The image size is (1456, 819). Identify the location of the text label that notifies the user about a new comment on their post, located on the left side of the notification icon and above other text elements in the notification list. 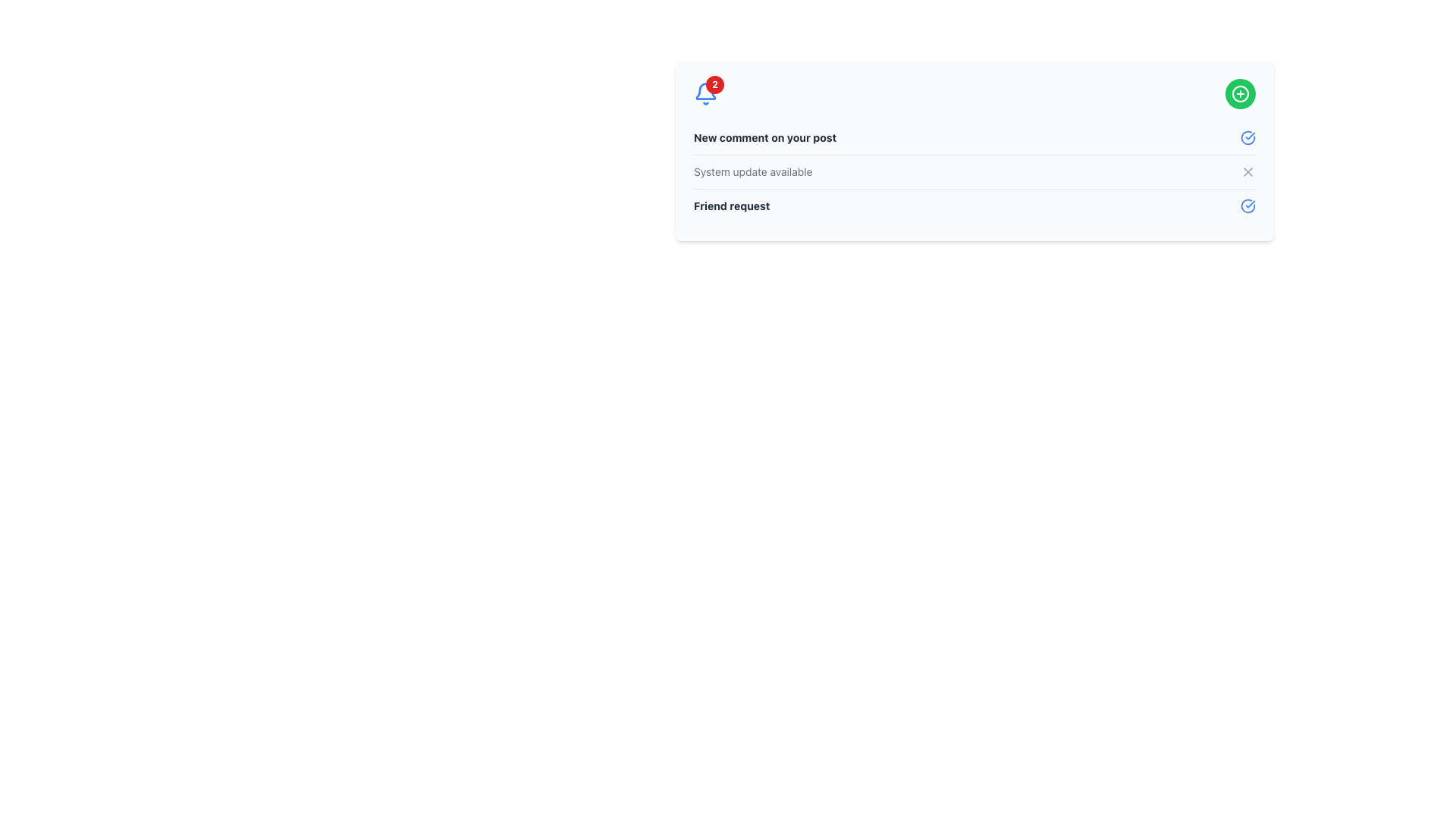
(765, 137).